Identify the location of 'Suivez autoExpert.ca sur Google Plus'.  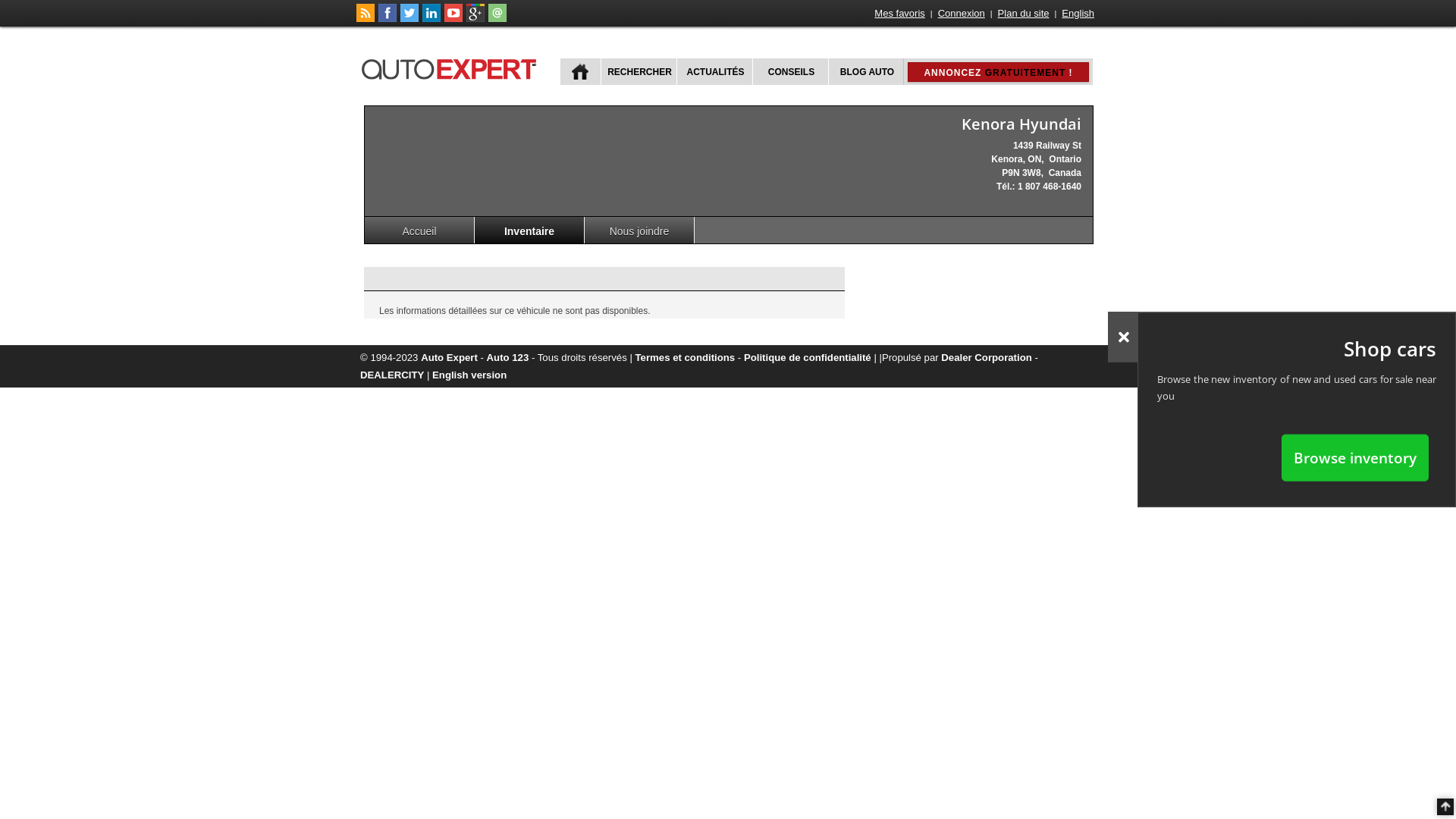
(475, 18).